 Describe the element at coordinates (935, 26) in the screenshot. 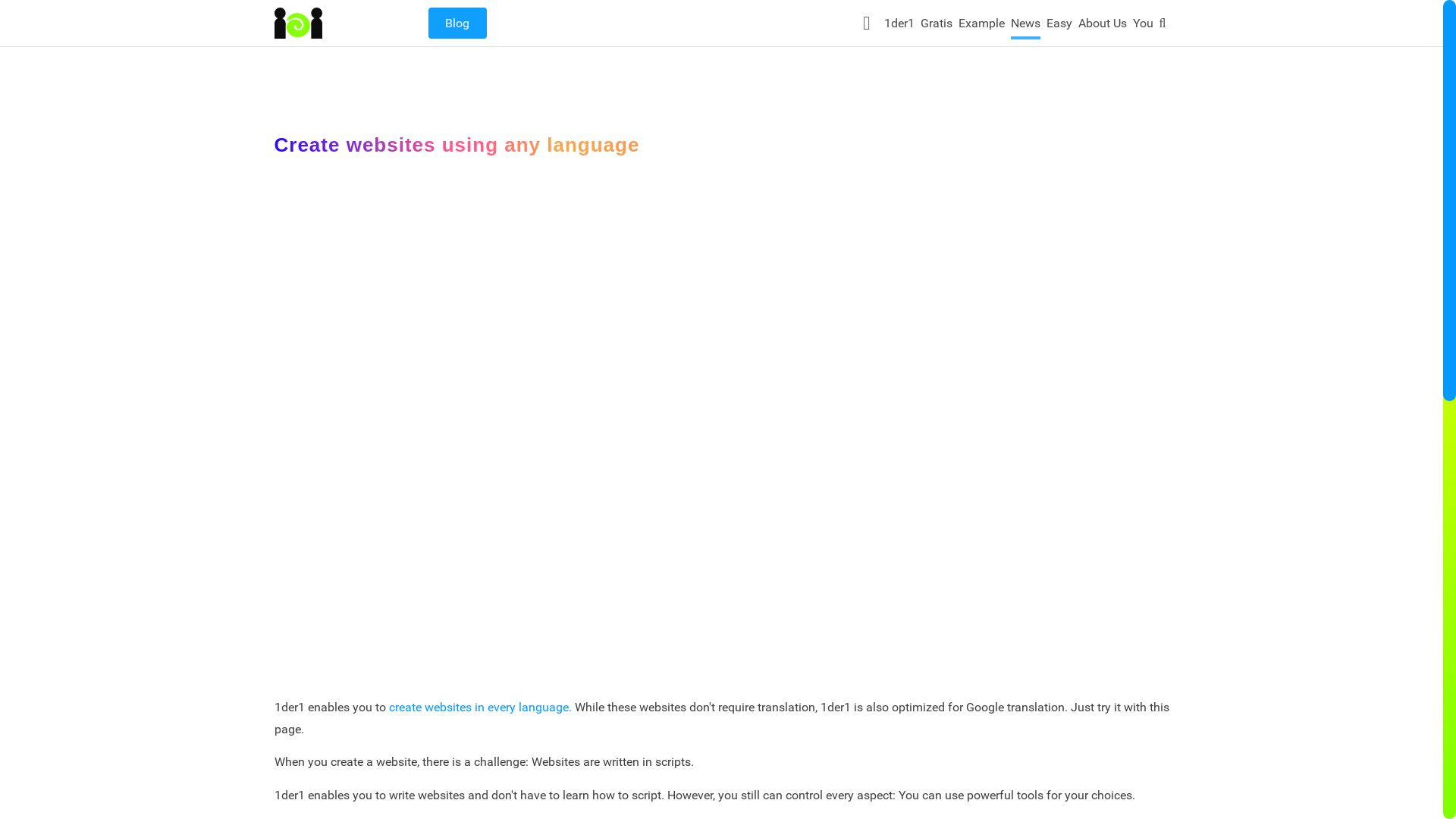

I see `'Gratis'` at that location.